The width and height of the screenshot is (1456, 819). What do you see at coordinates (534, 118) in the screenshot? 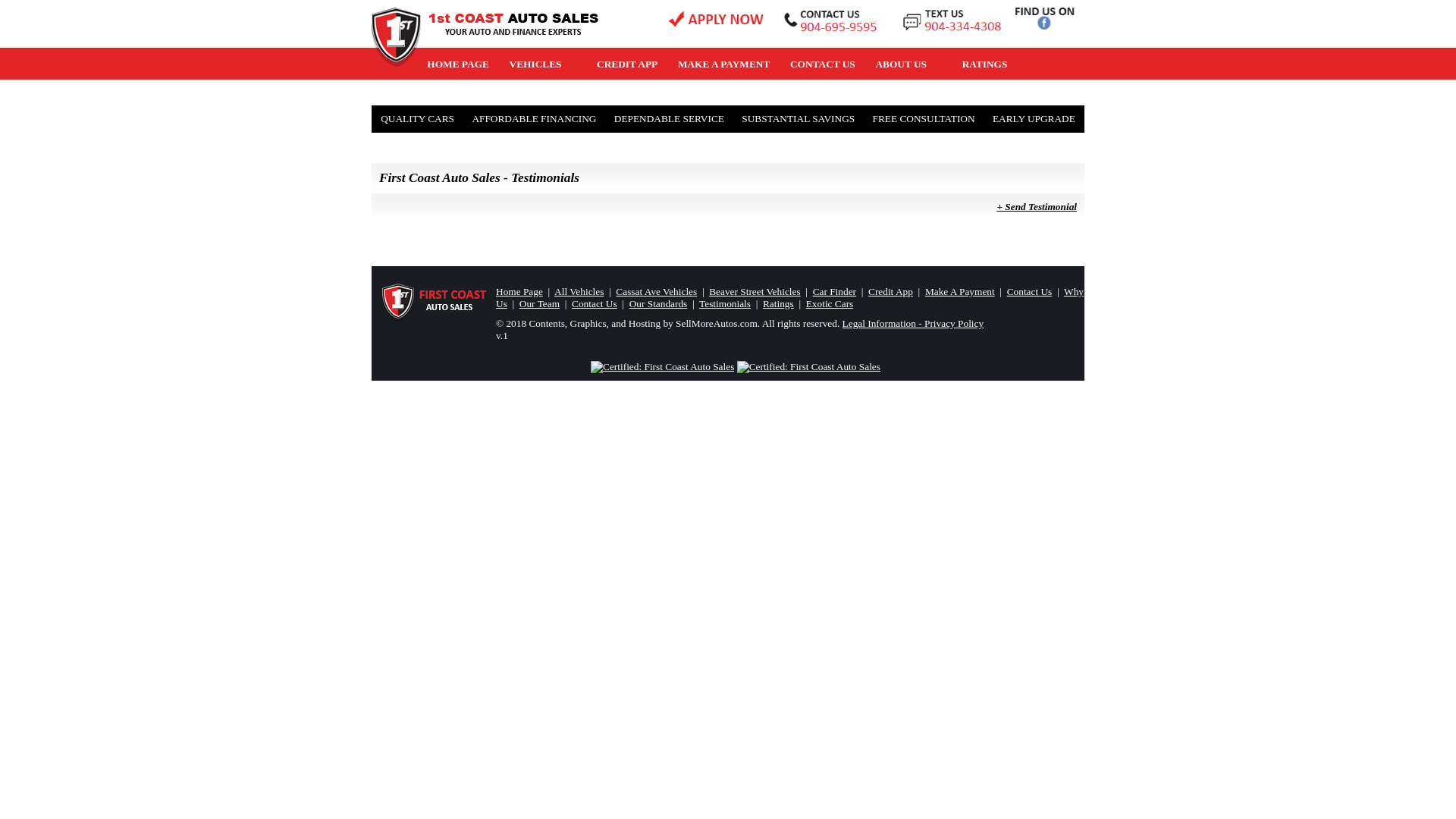
I see `'AFFORDABLE FINANCING'` at bounding box center [534, 118].